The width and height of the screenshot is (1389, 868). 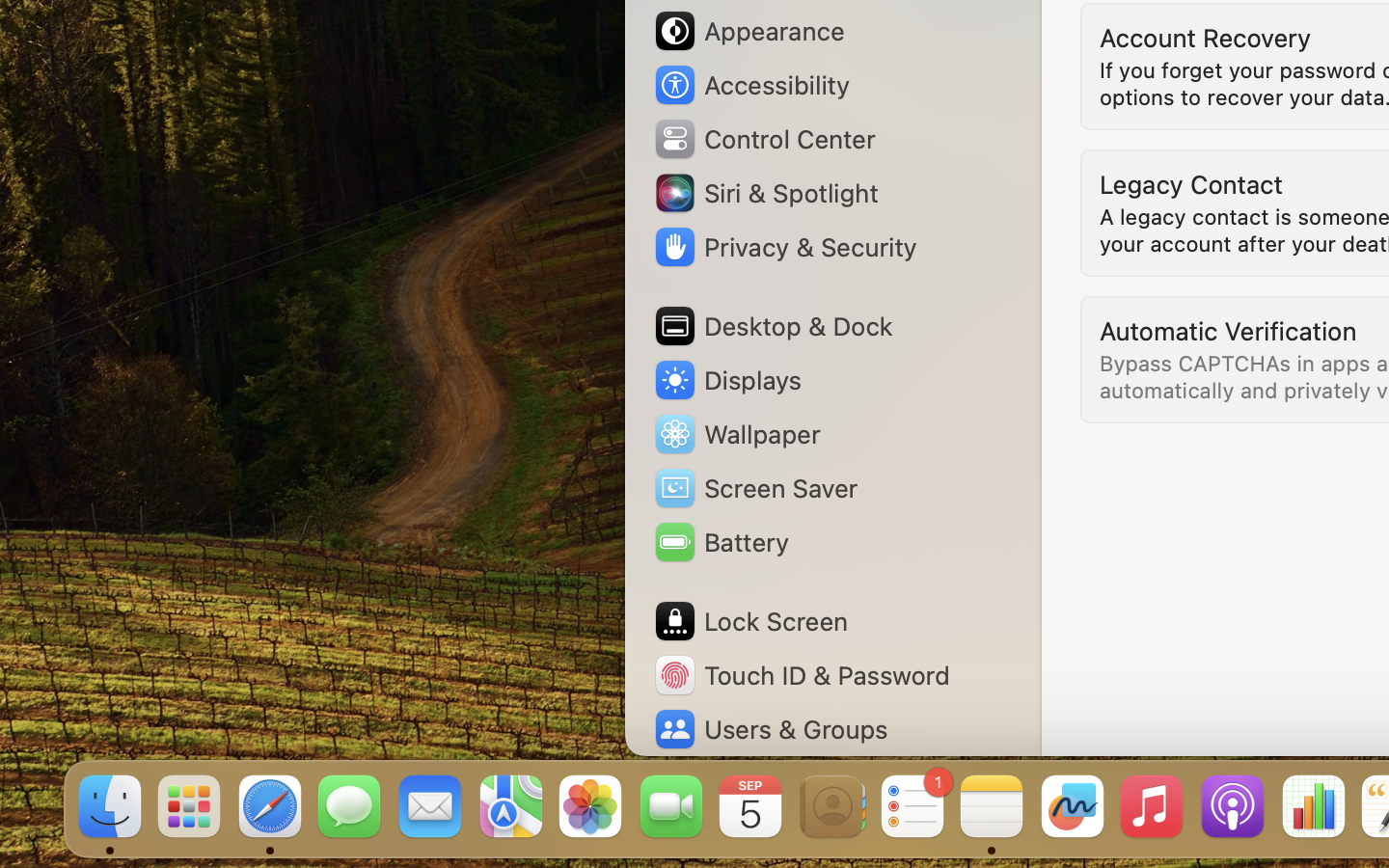 What do you see at coordinates (748, 30) in the screenshot?
I see `'Appearance'` at bounding box center [748, 30].